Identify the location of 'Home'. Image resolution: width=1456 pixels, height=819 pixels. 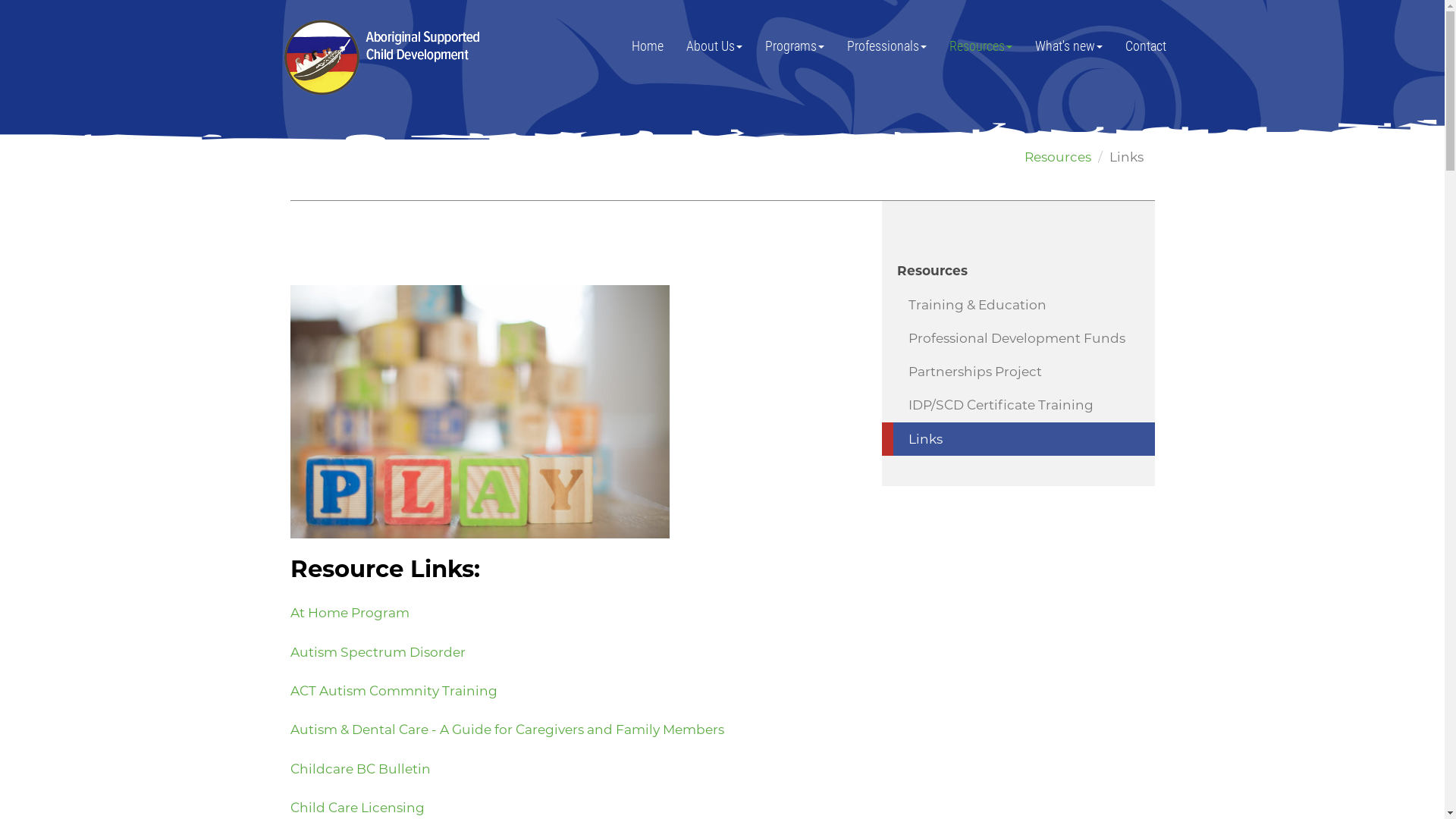
(648, 45).